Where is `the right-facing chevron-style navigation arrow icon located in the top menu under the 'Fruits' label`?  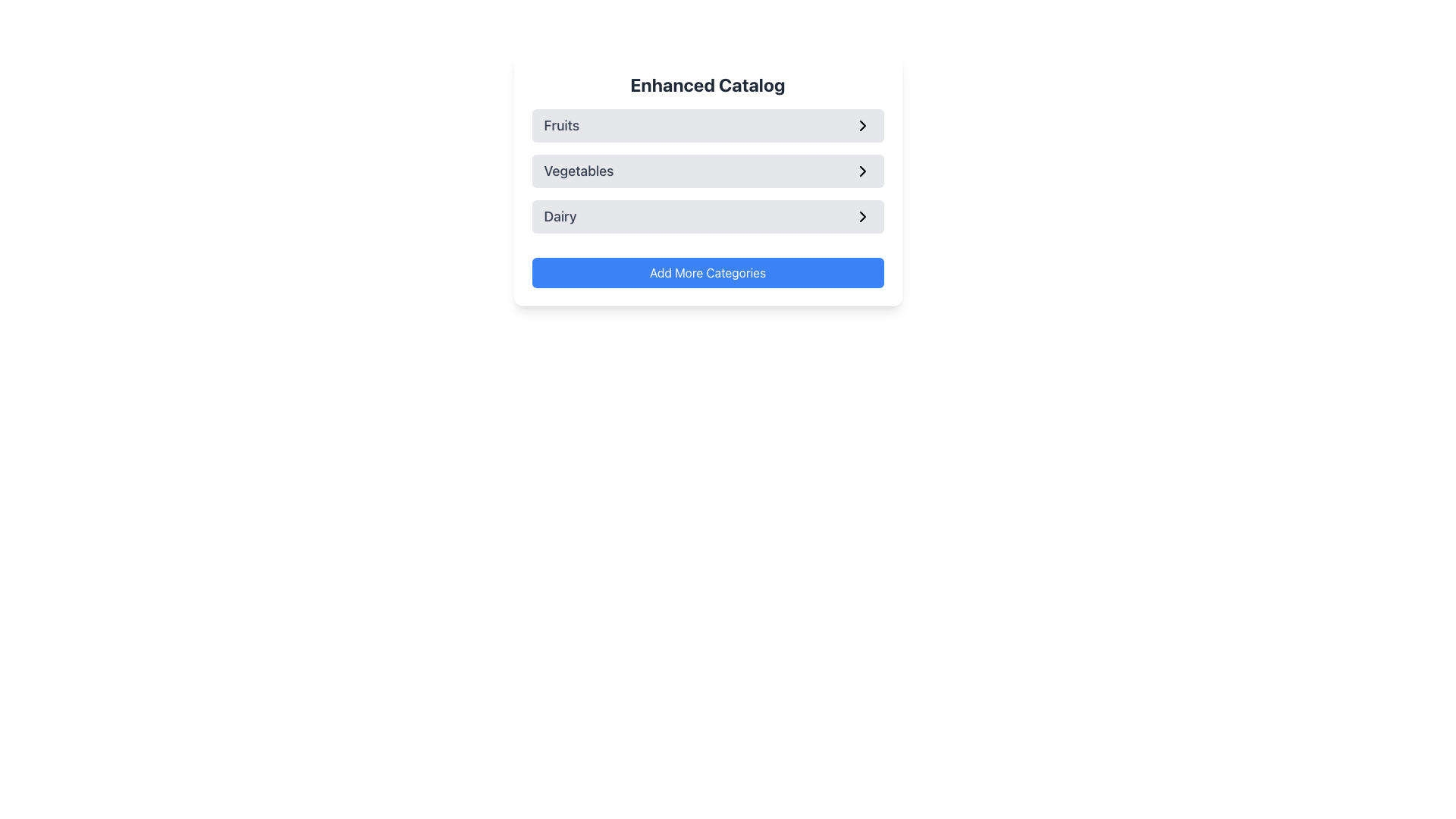
the right-facing chevron-style navigation arrow icon located in the top menu under the 'Fruits' label is located at coordinates (862, 124).